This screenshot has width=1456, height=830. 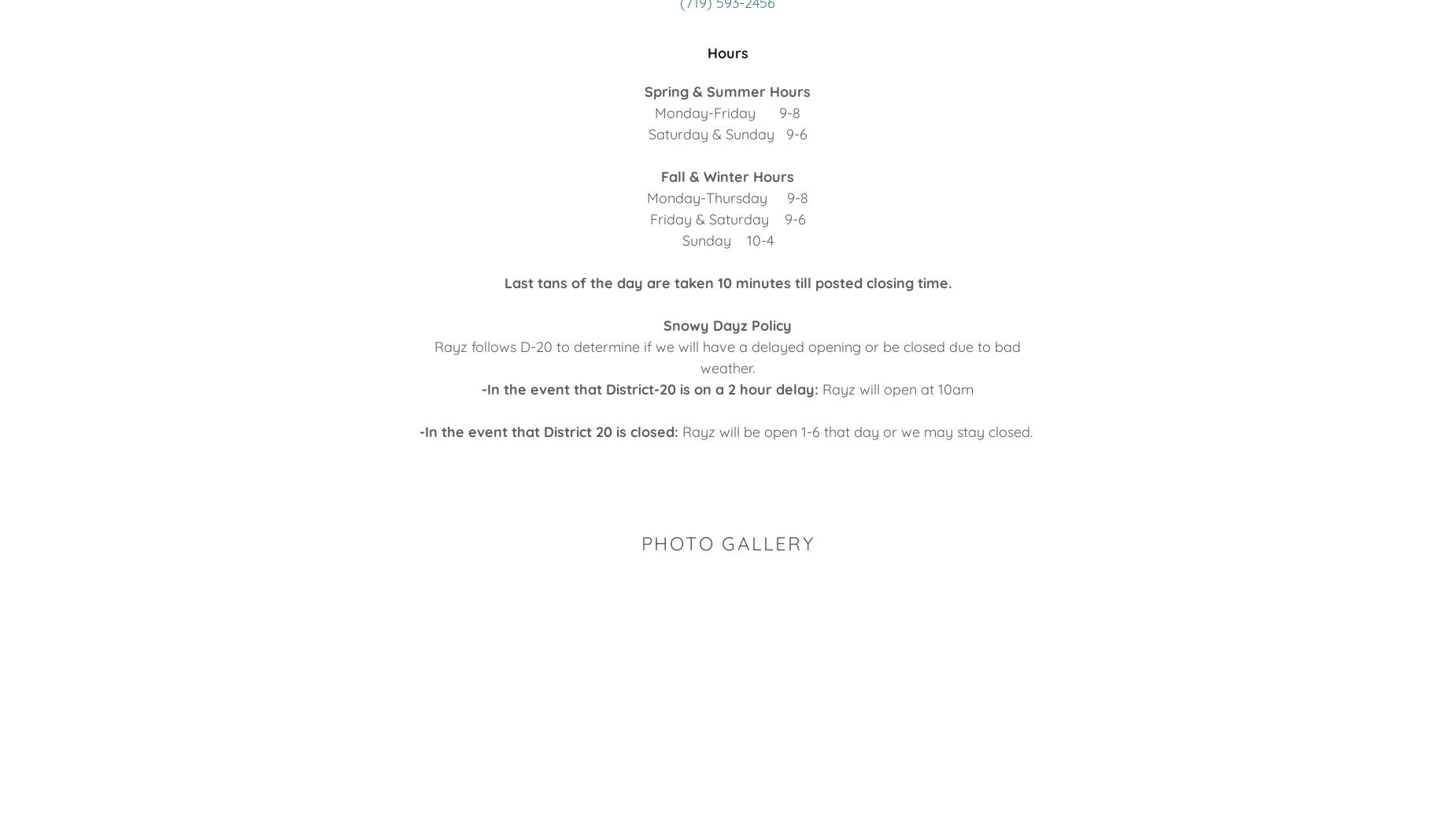 I want to click on 'Saturday & Sunday   9-6', so click(x=648, y=133).